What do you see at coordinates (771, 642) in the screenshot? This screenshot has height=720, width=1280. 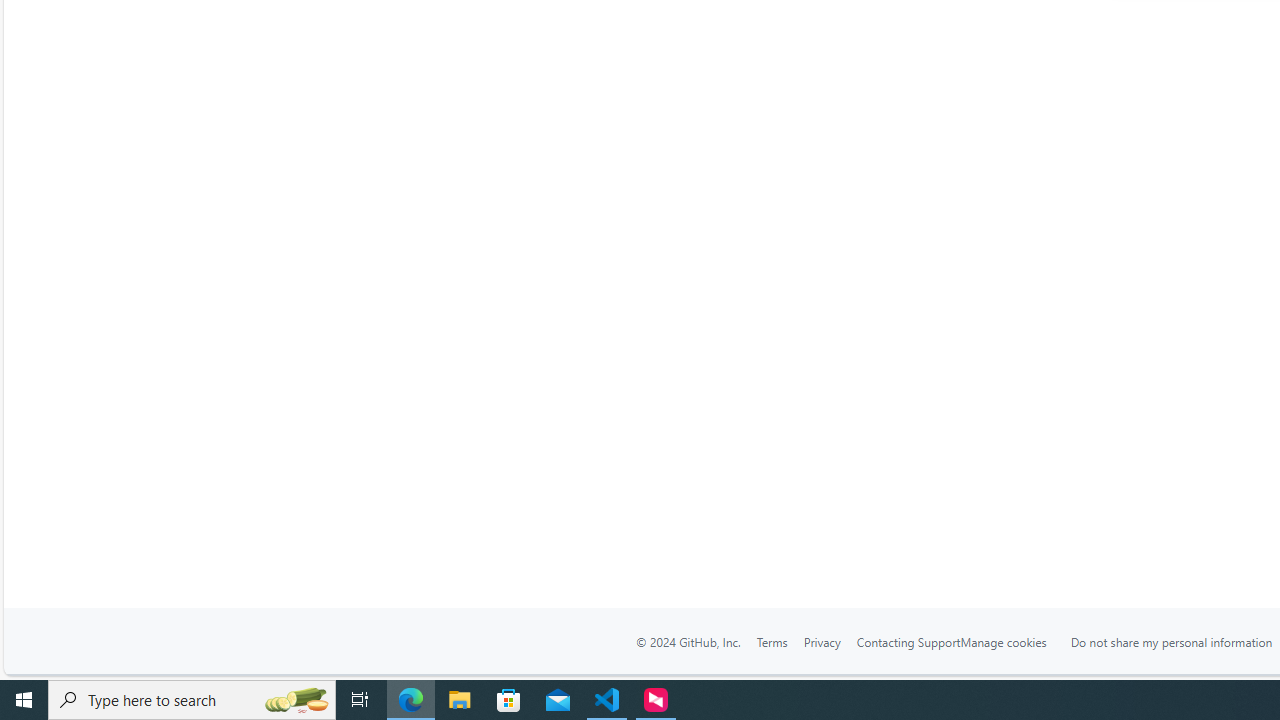 I see `'Terms'` at bounding box center [771, 642].